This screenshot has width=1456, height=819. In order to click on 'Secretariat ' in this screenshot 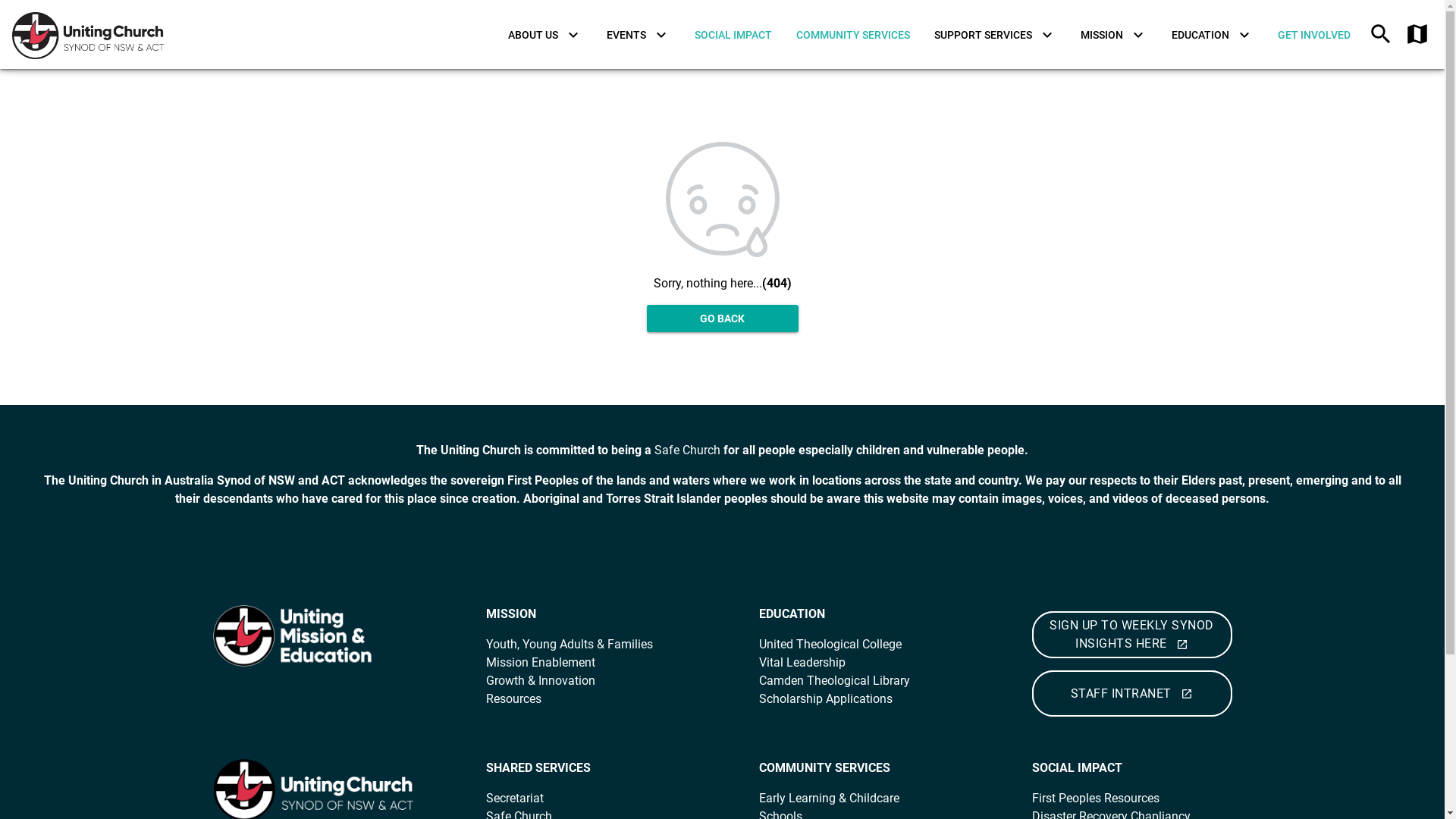, I will do `click(516, 797)`.